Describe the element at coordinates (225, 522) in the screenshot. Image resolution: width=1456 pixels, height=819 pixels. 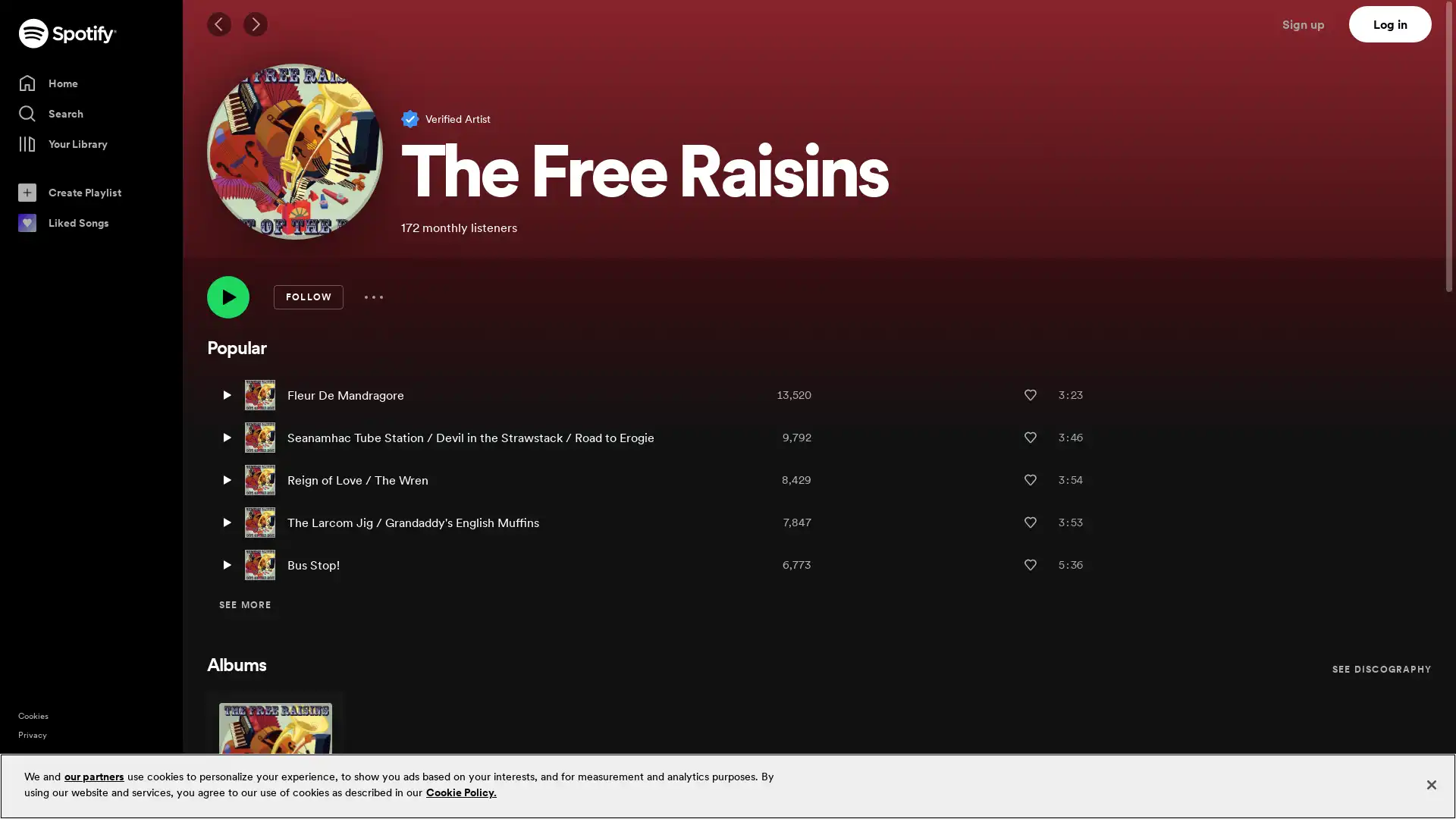
I see `Play The Larcom Jig / Grandaddy's English Muffins by The Free Raisins` at that location.